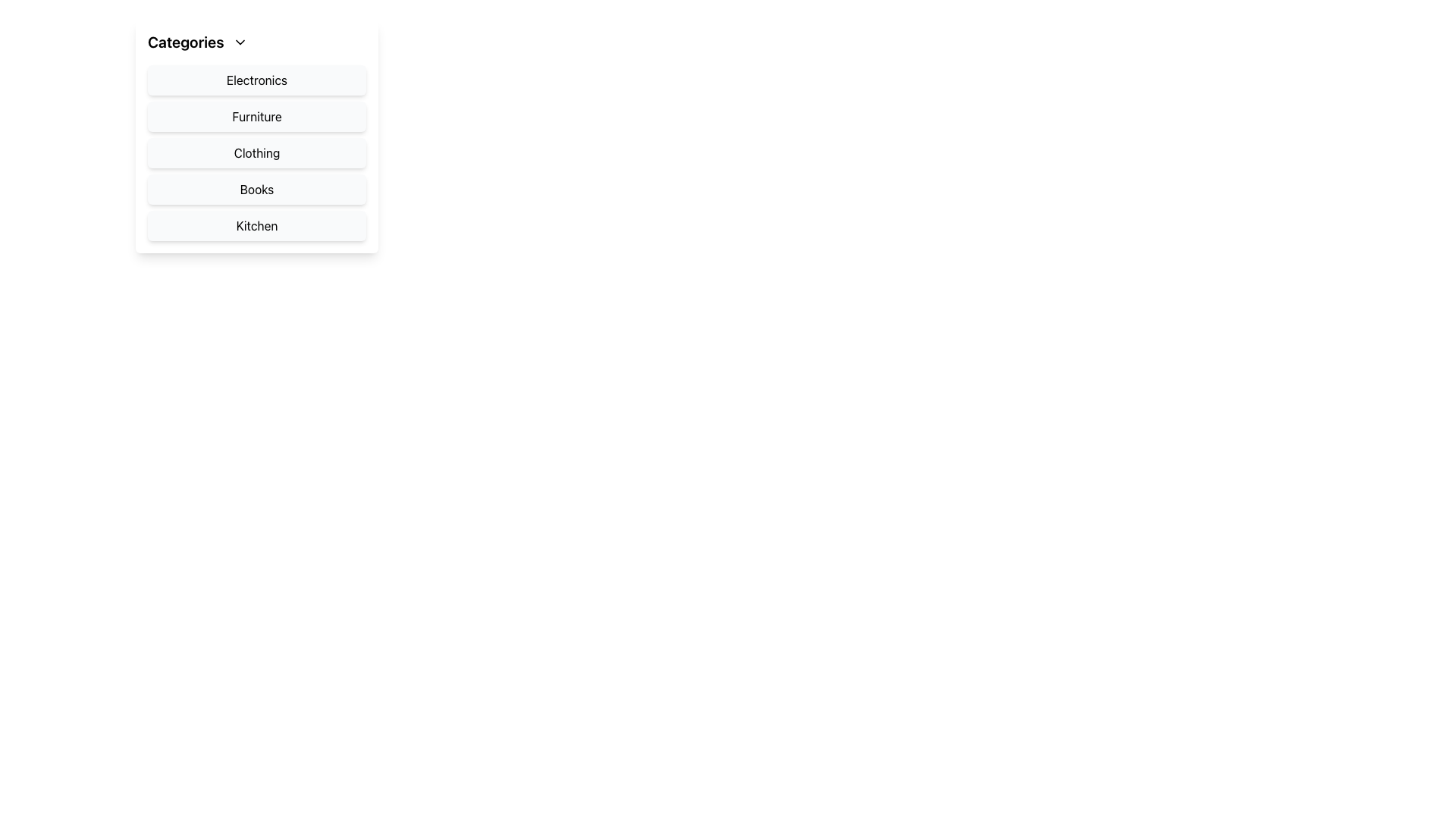 This screenshot has height=819, width=1456. What do you see at coordinates (257, 152) in the screenshot?
I see `the 'Clothing' button, which is the third button in the 'Categories' section` at bounding box center [257, 152].